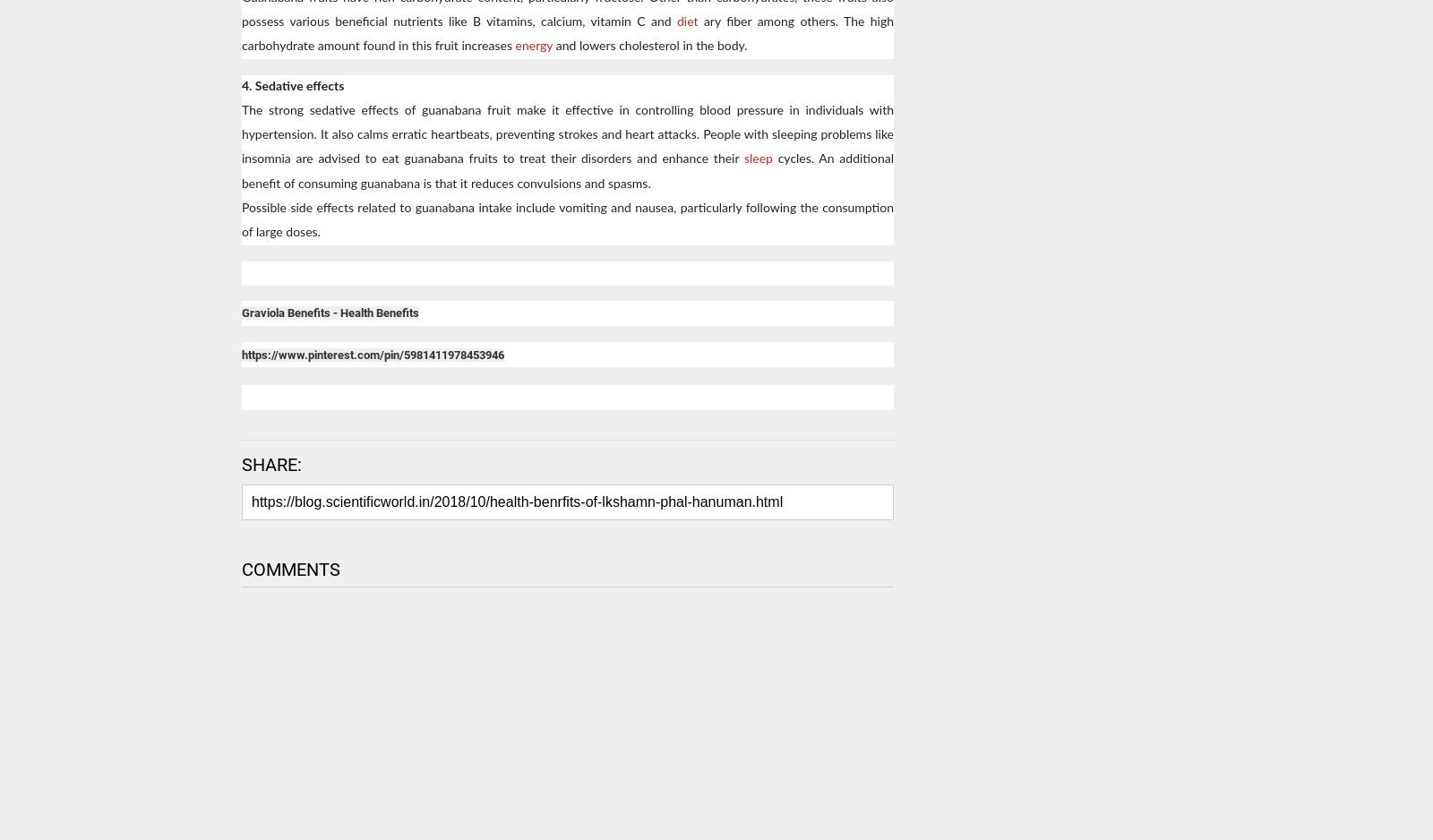  Describe the element at coordinates (372, 353) in the screenshot. I see `'https://www.pinterest.com/pin/5981411978453946'` at that location.